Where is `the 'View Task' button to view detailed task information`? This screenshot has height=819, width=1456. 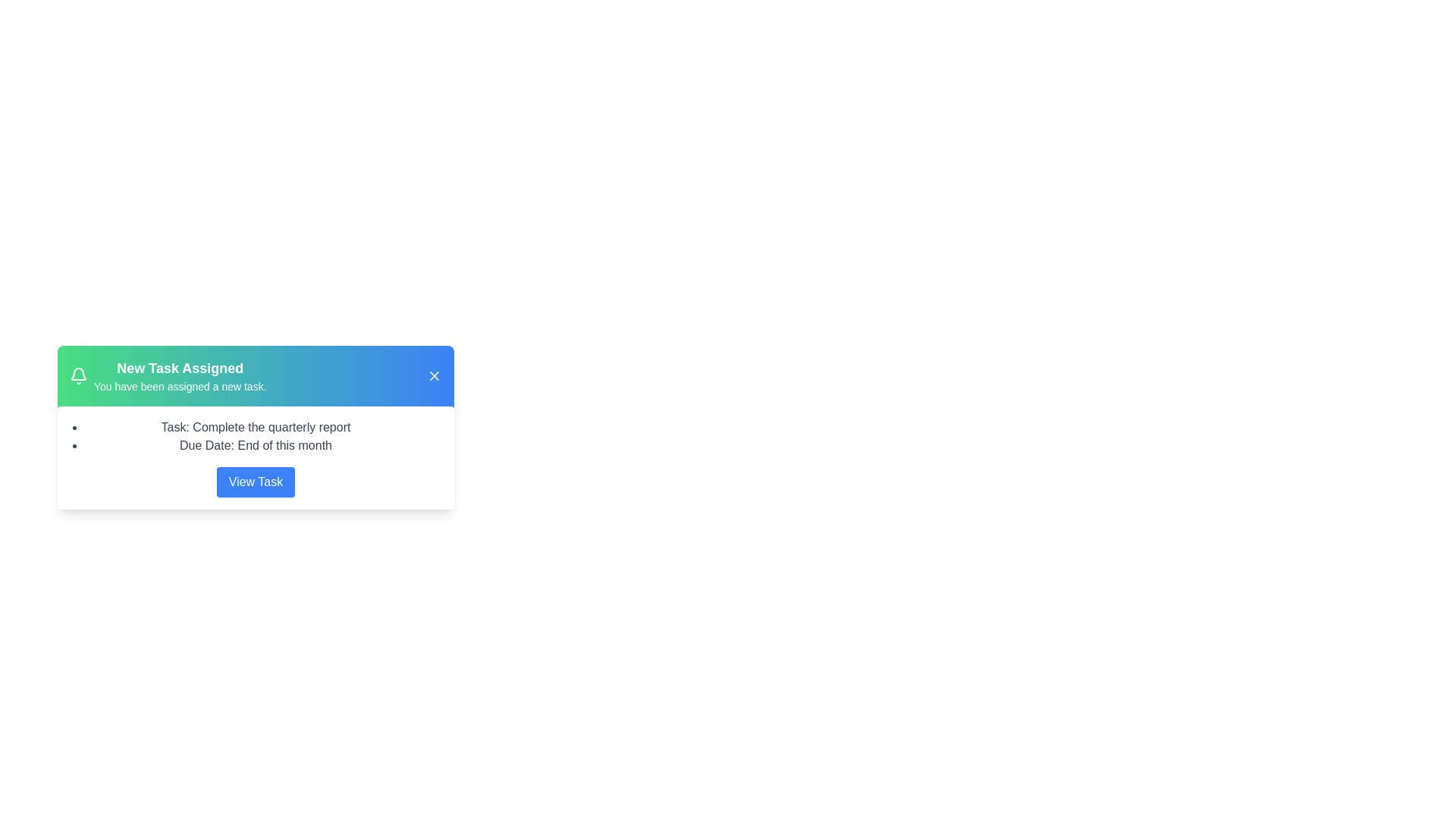 the 'View Task' button to view detailed task information is located at coordinates (255, 482).